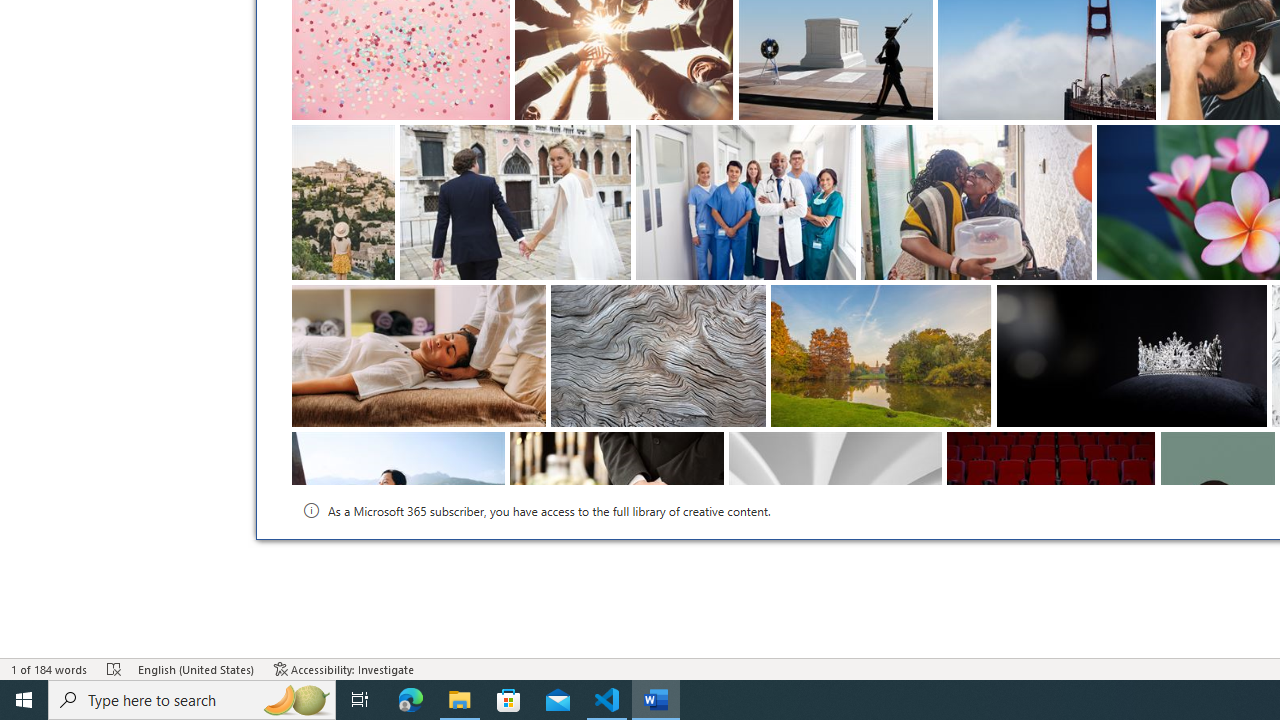  I want to click on 'Language English (United States)', so click(196, 669).